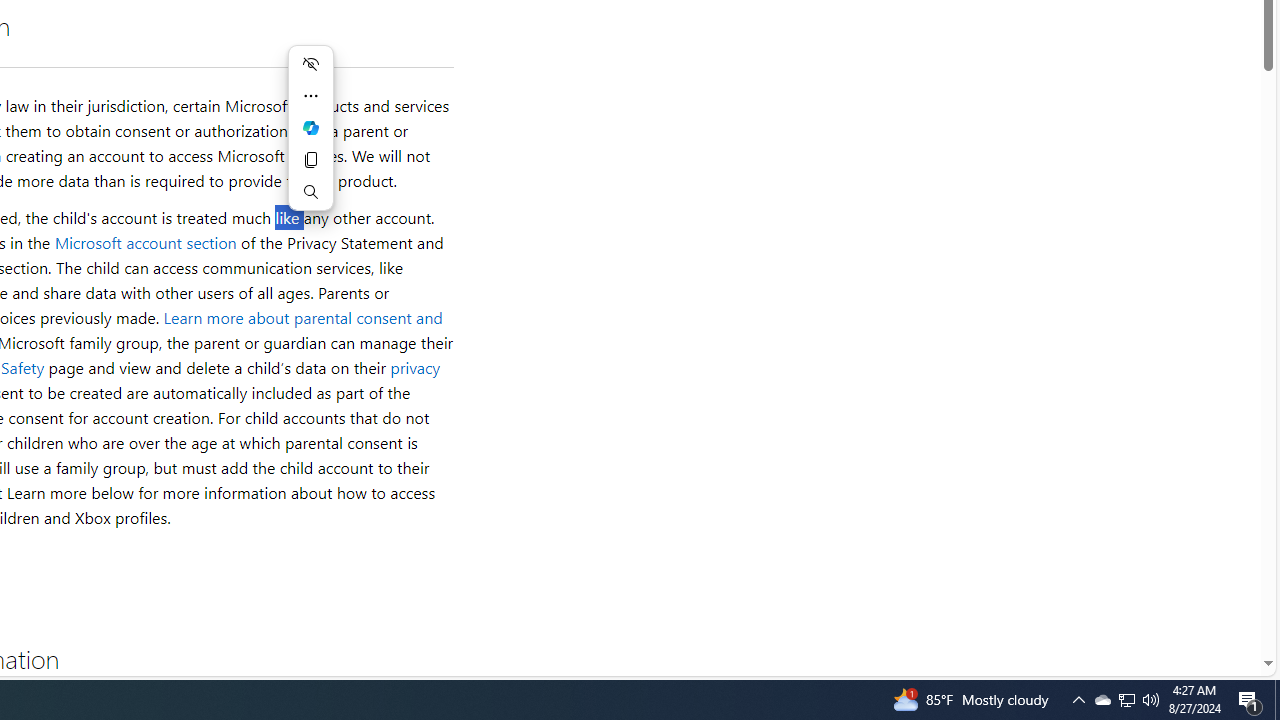 Image resolution: width=1280 pixels, height=720 pixels. What do you see at coordinates (310, 128) in the screenshot?
I see `'Ask Copilot'` at bounding box center [310, 128].